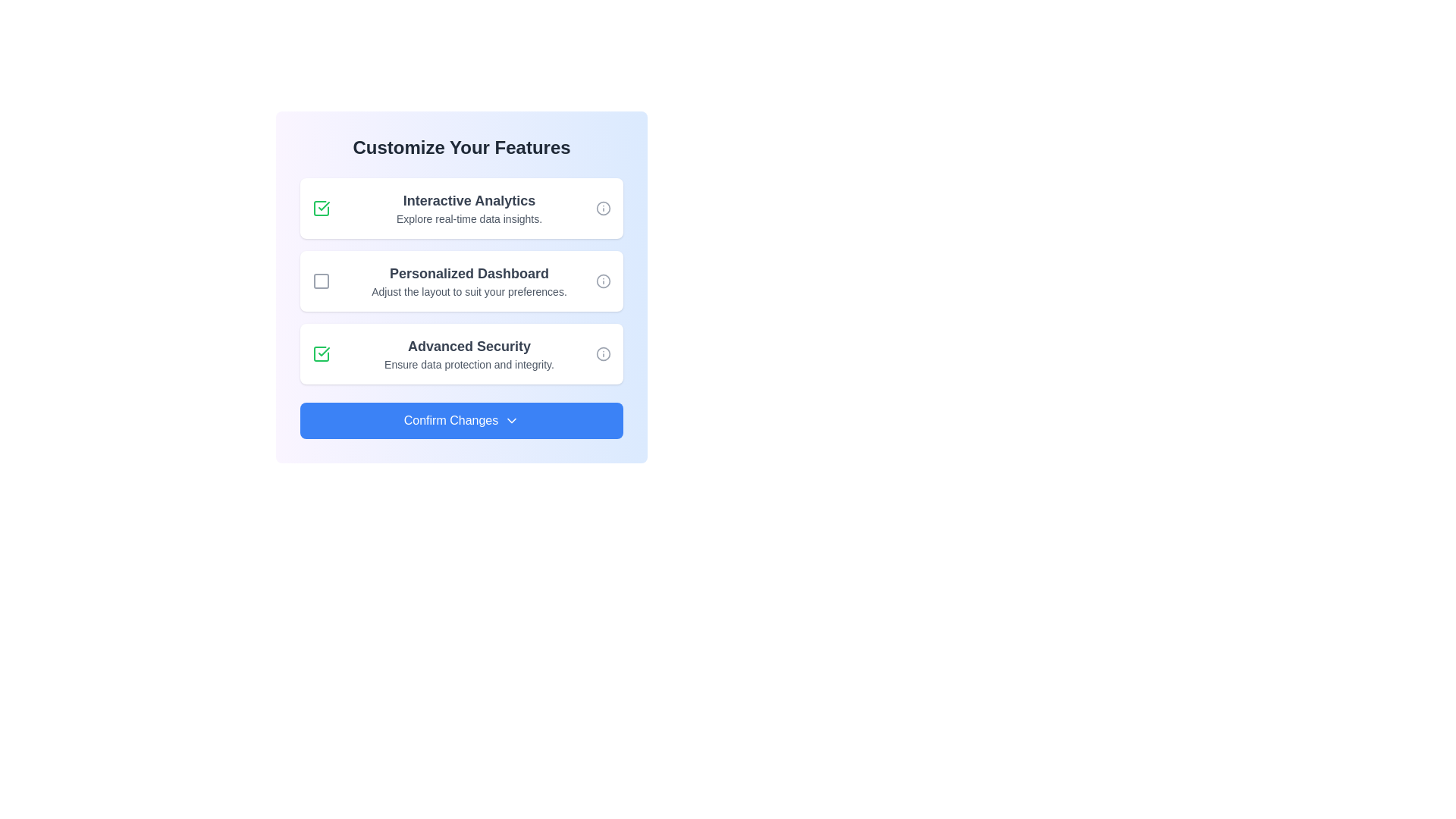 The width and height of the screenshot is (1456, 819). I want to click on the Text Label that indicates the customization of the personalized dashboard feature, which is positioned above the description text and adjacent to the checkbox, so click(469, 274).